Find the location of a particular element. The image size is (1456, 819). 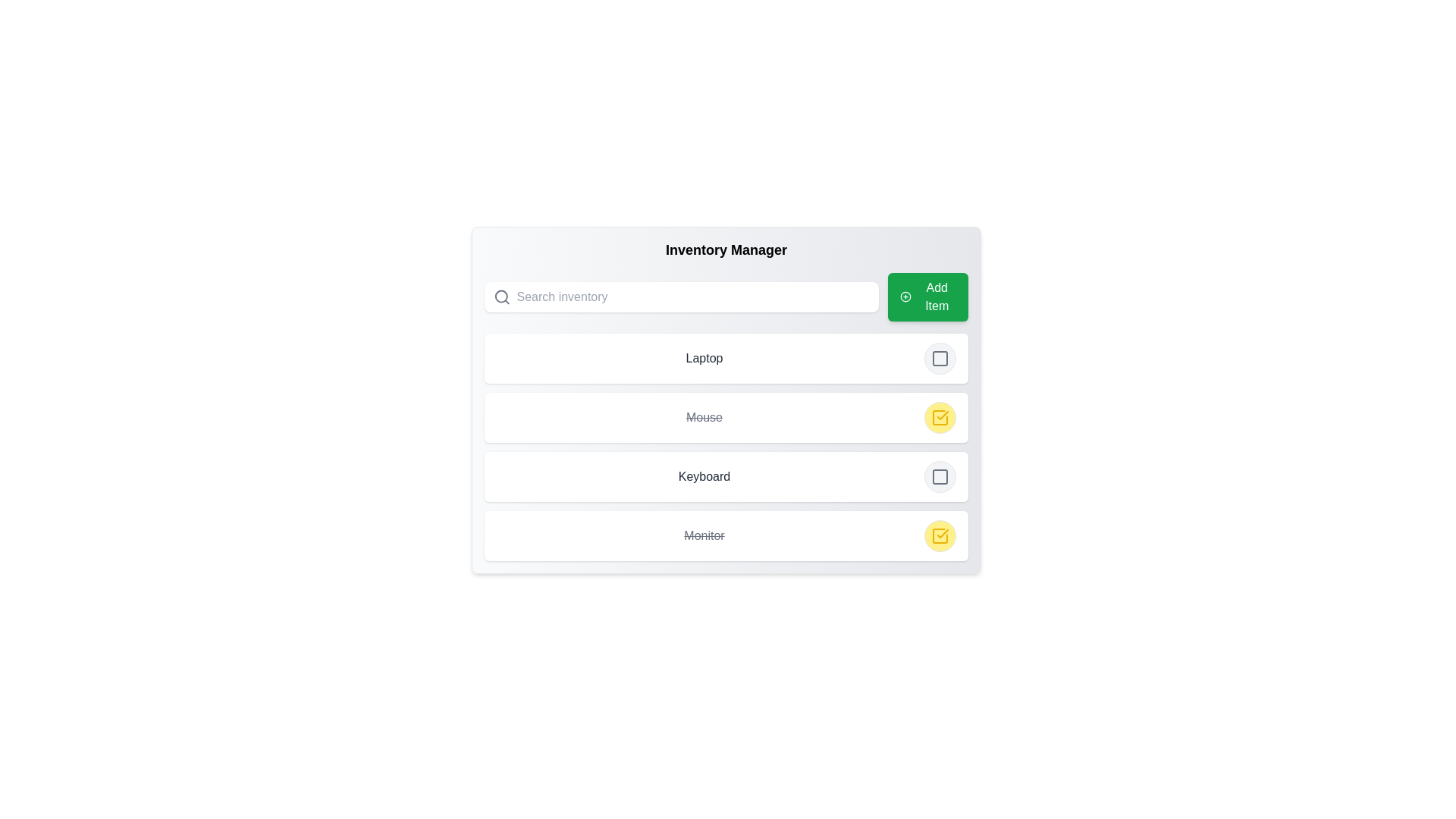

the 'Laptop' text label in the inventory list, which serves as a descriptive element for the item is located at coordinates (704, 359).